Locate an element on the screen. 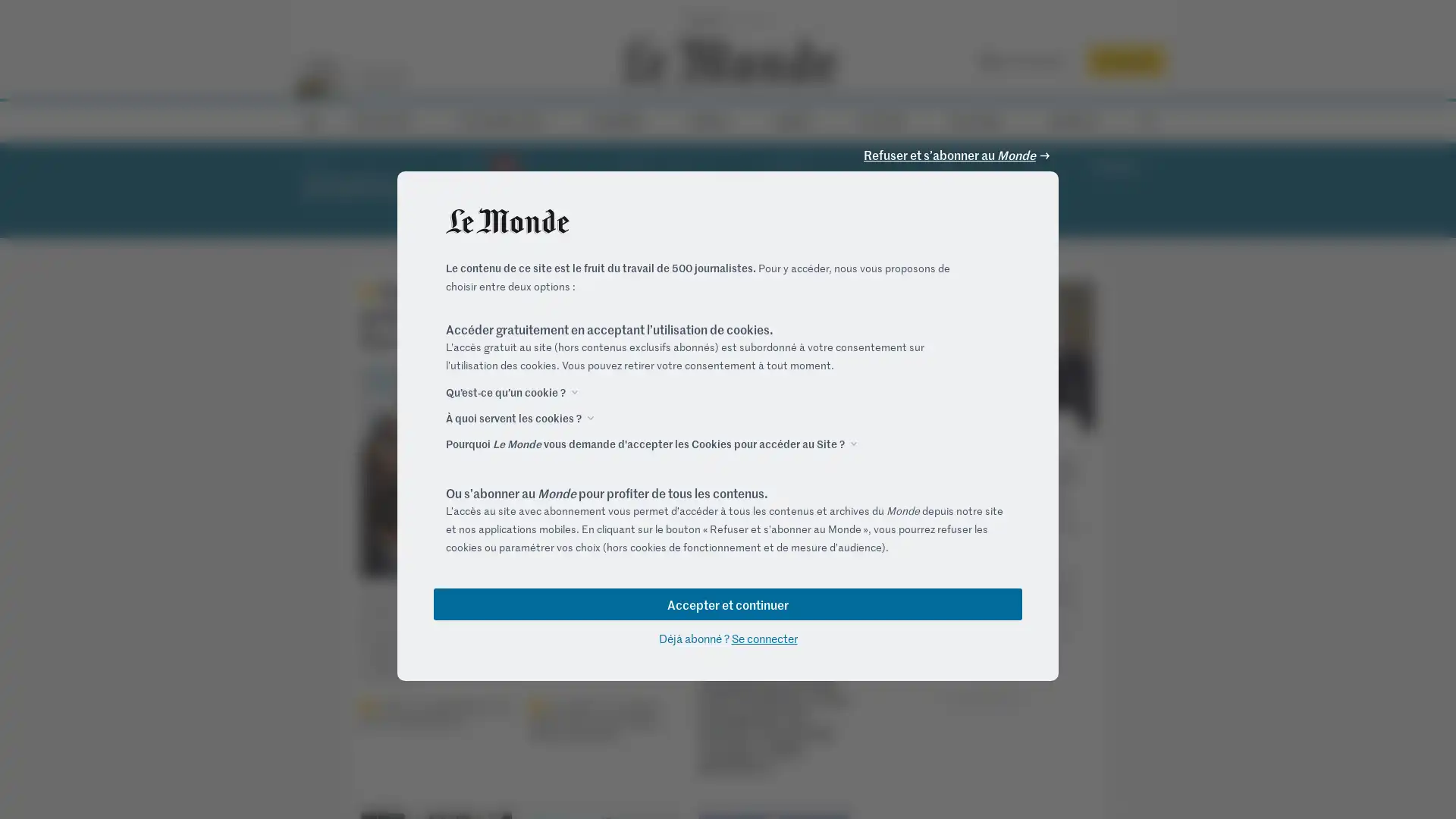 The width and height of the screenshot is (1456, 819). RECHERCHE is located at coordinates (1146, 121).